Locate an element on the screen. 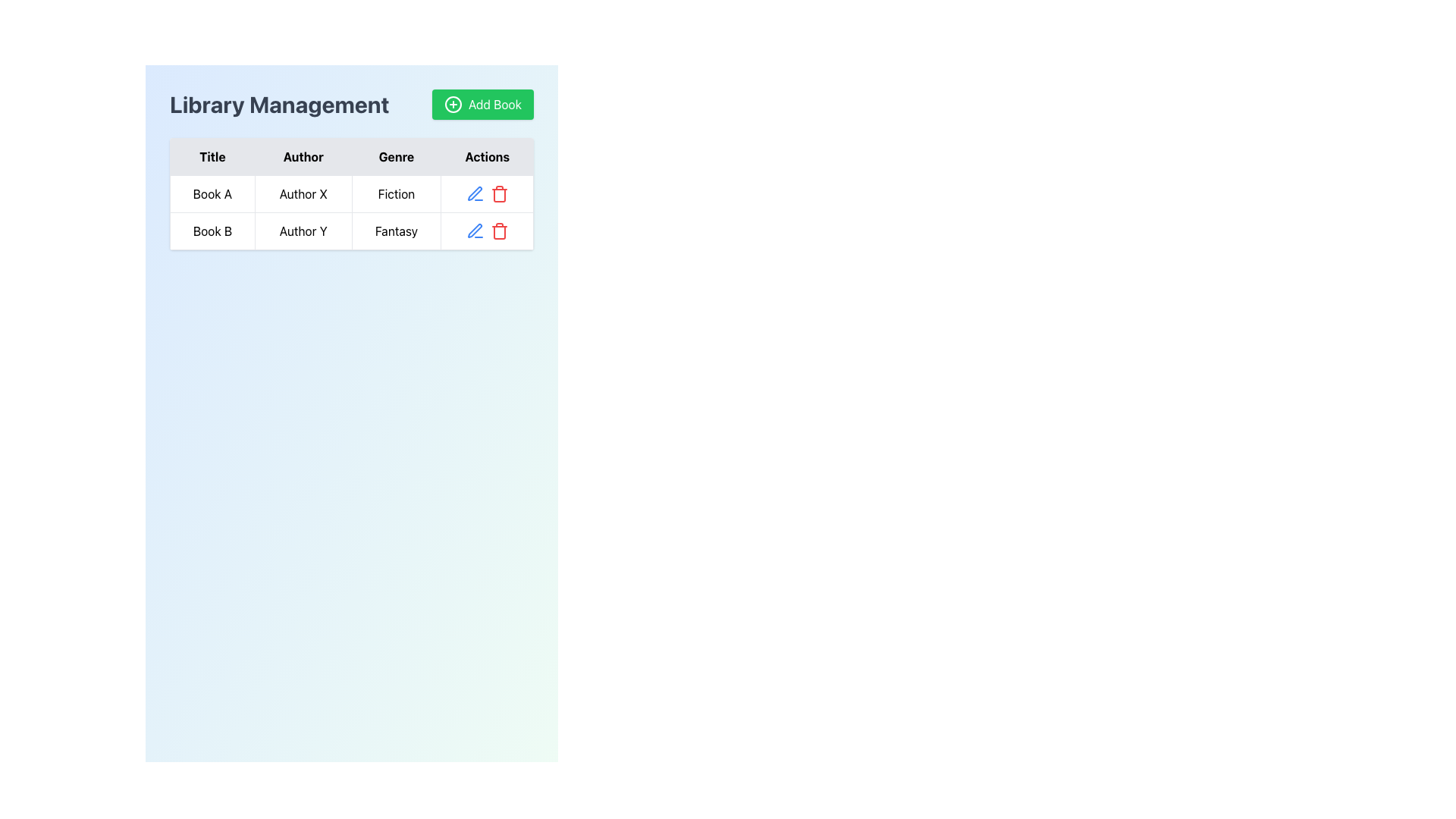  the blue pen icon in the 'Actions' column of the second row in the 'Library Management' table is located at coordinates (474, 193).